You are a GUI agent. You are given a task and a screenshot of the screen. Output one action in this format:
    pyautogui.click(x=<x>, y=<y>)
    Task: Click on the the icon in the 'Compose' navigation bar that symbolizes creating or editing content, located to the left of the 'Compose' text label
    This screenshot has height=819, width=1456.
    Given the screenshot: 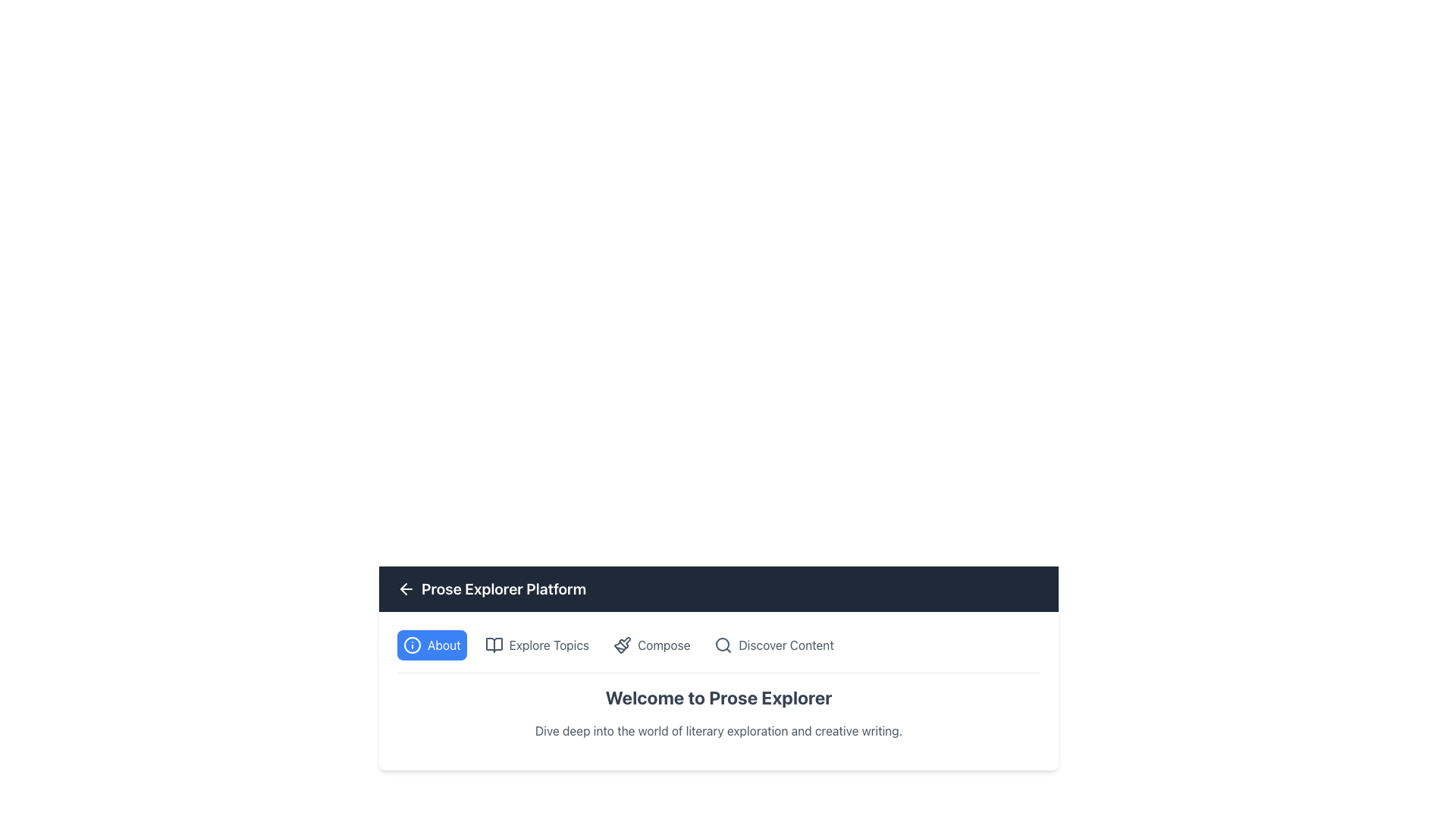 What is the action you would take?
    pyautogui.click(x=622, y=645)
    